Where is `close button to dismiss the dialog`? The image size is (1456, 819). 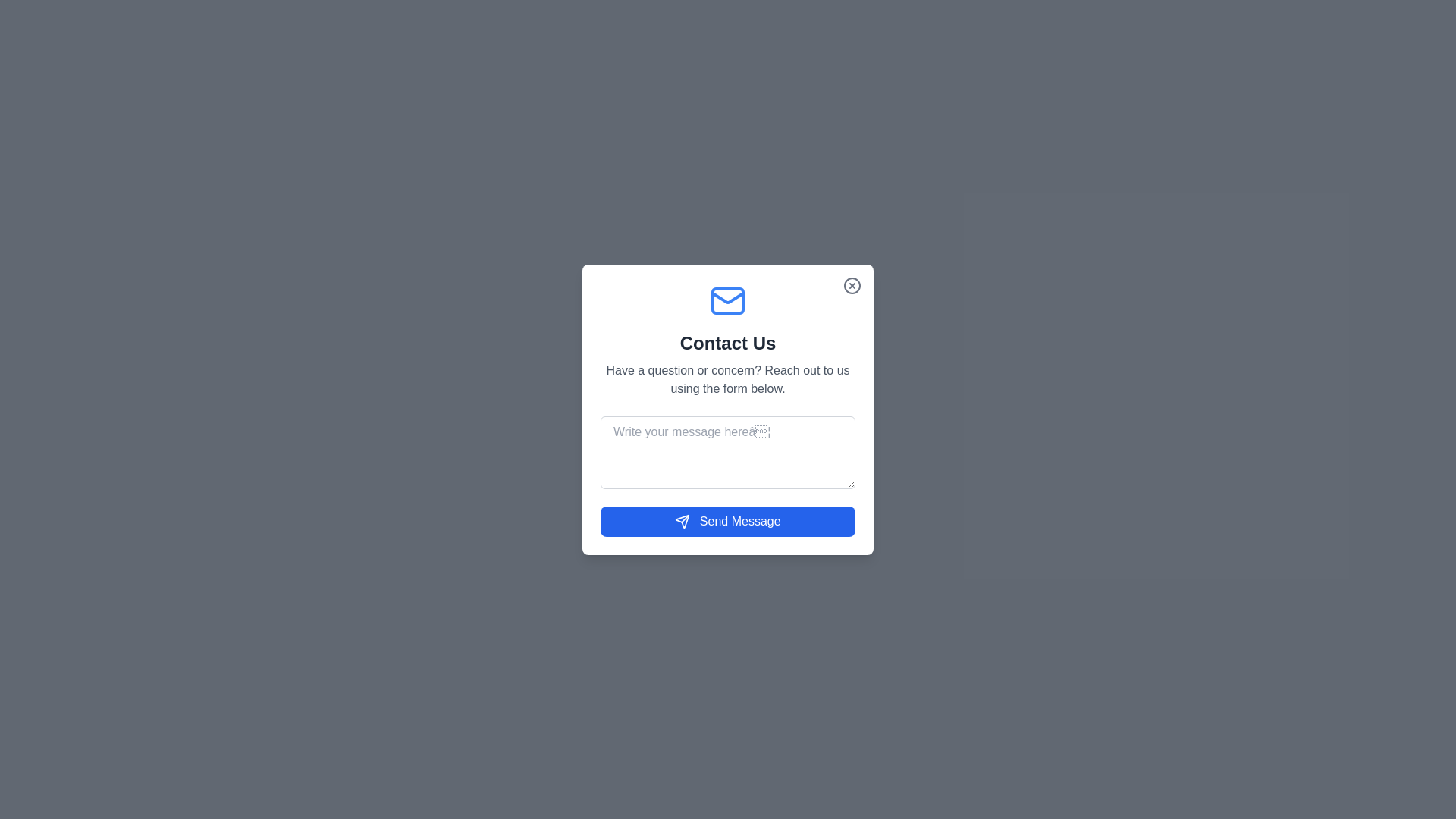 close button to dismiss the dialog is located at coordinates (852, 285).